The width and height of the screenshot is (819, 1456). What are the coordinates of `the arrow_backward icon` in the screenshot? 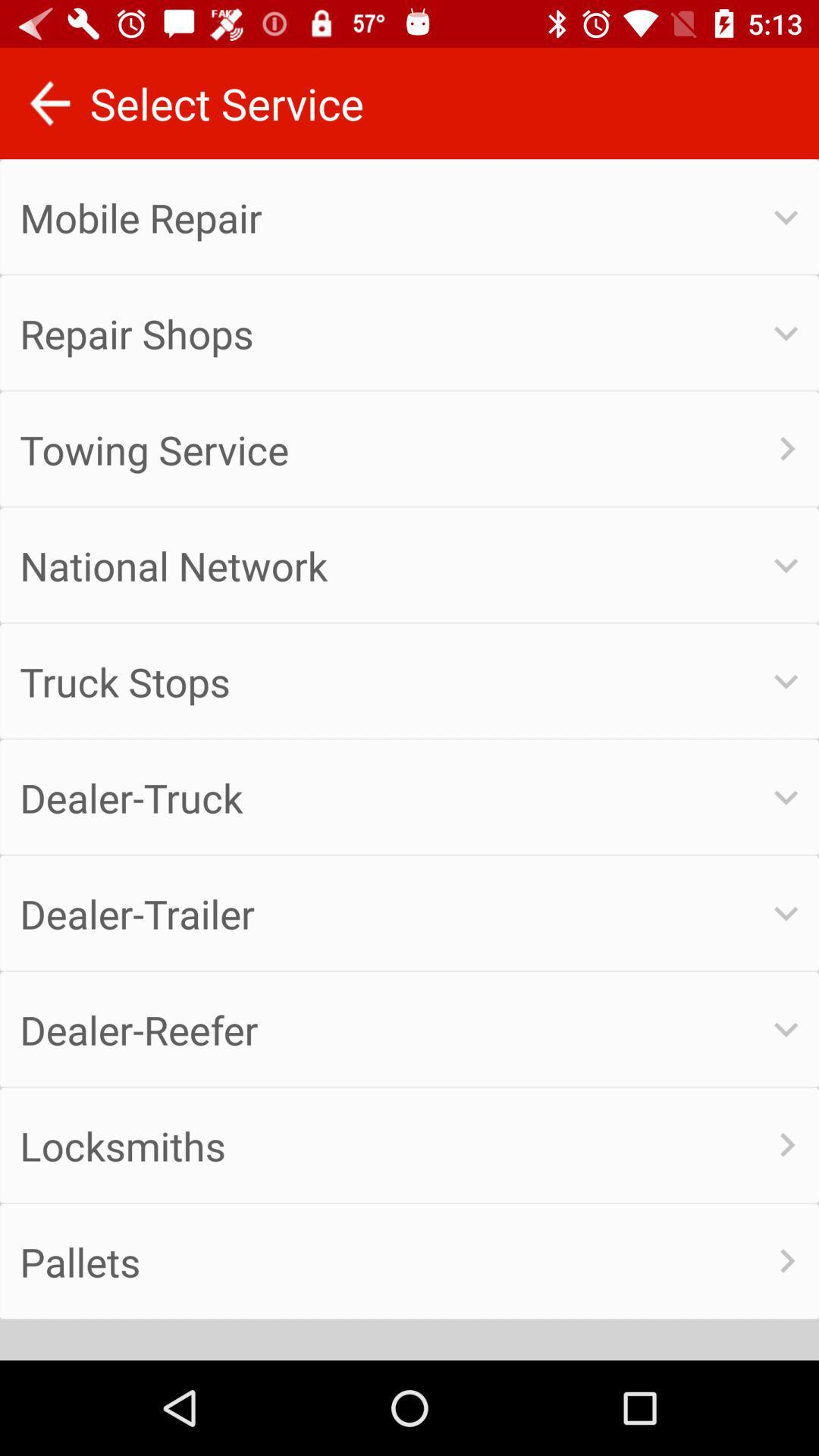 It's located at (49, 102).